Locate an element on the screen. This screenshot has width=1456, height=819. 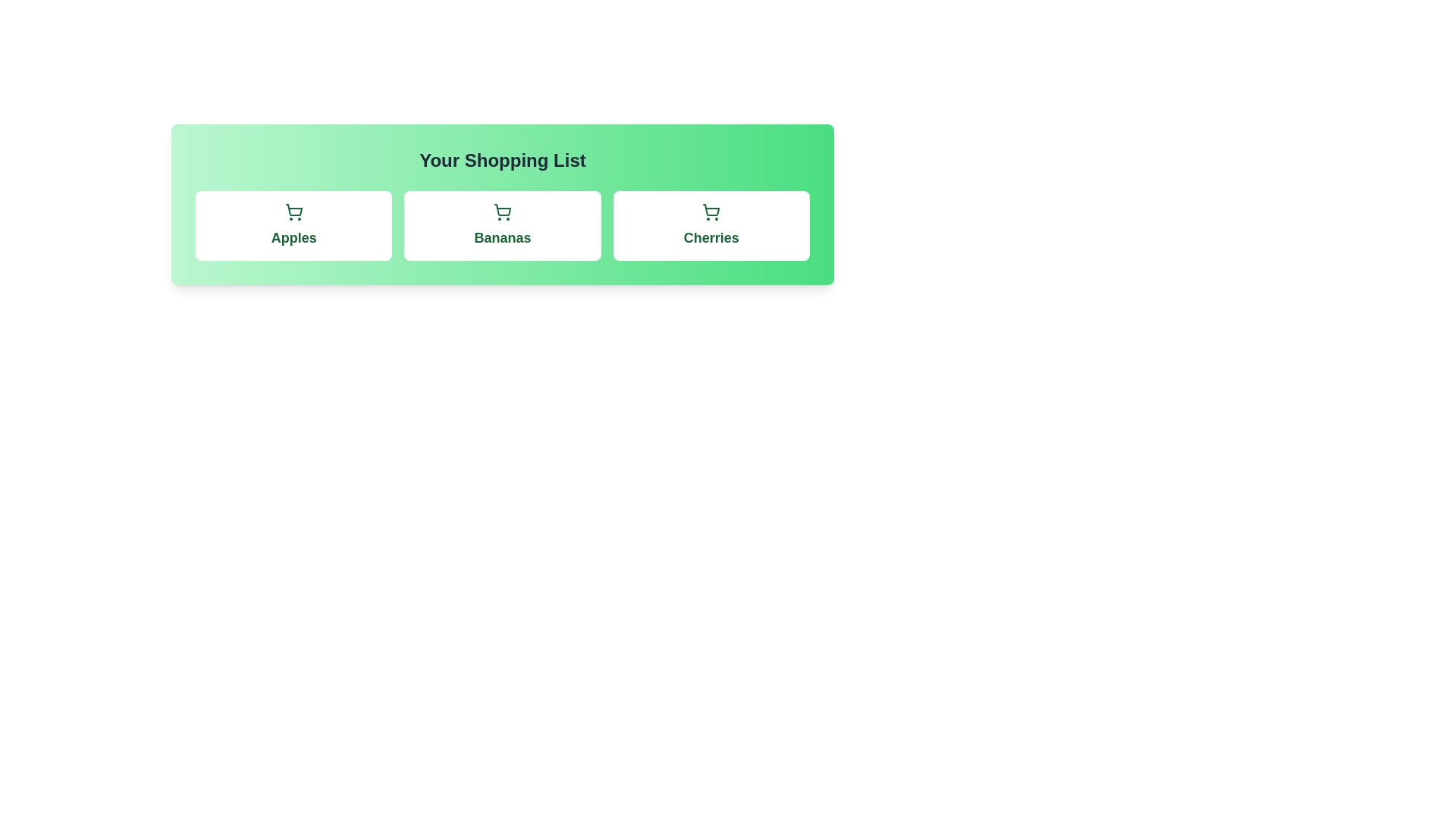
the item Bananas in the shopping list is located at coordinates (502, 225).